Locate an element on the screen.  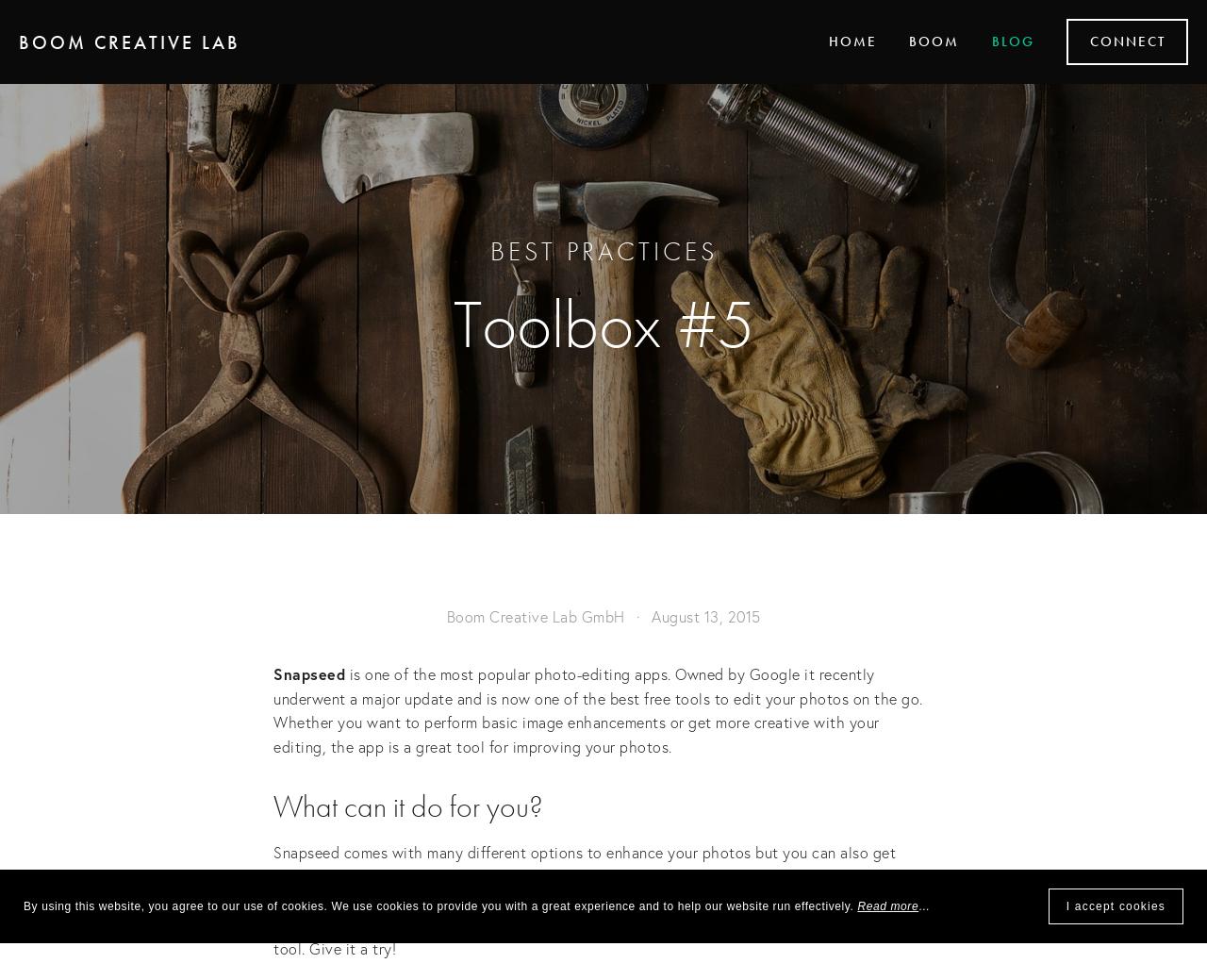
'Boom Creative Lab GmbH' is located at coordinates (534, 615).